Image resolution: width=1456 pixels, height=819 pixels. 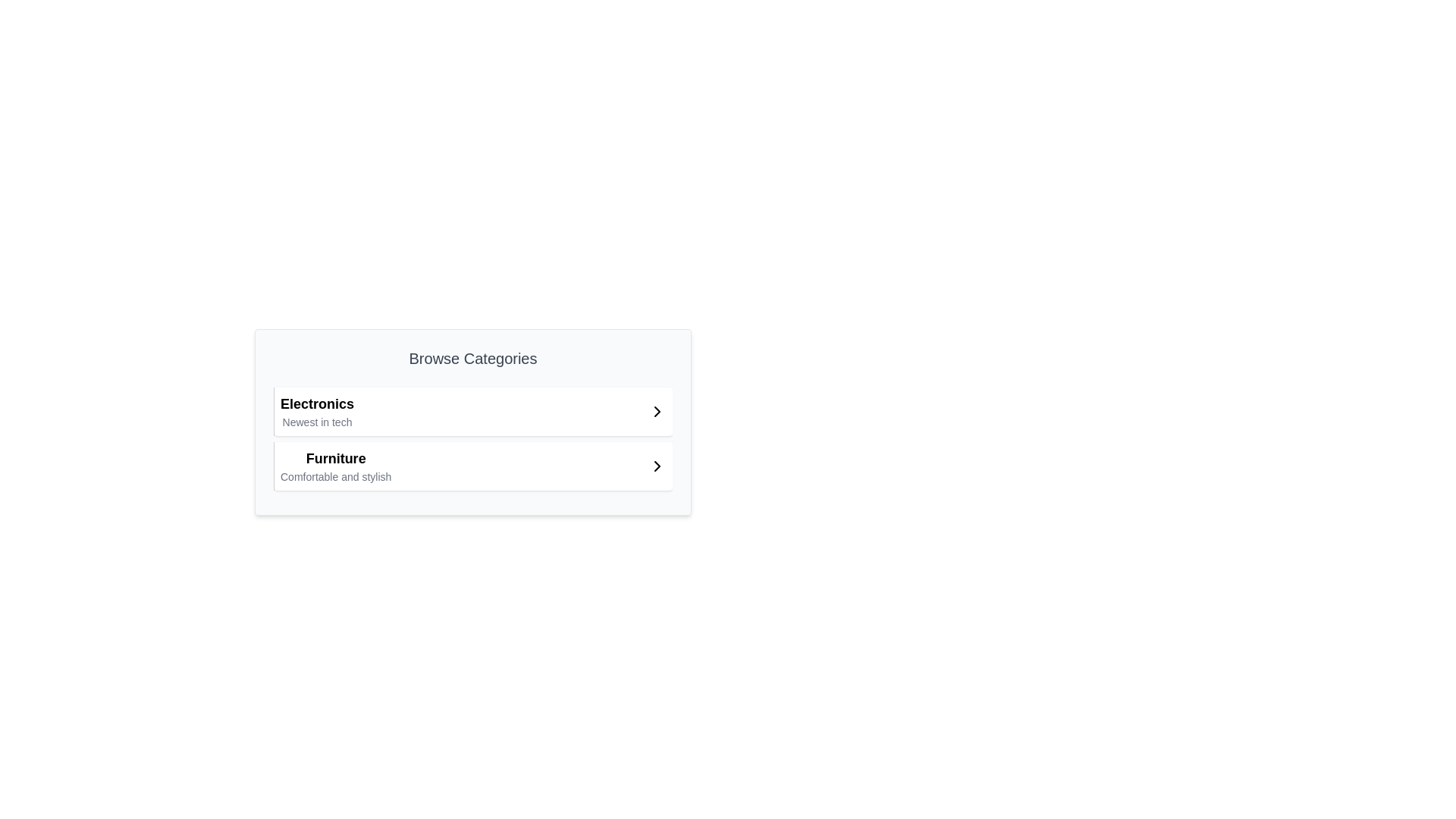 I want to click on the first Button-like list item labeled 'Electronics' in the 'Browse Categories' section, so click(x=472, y=412).